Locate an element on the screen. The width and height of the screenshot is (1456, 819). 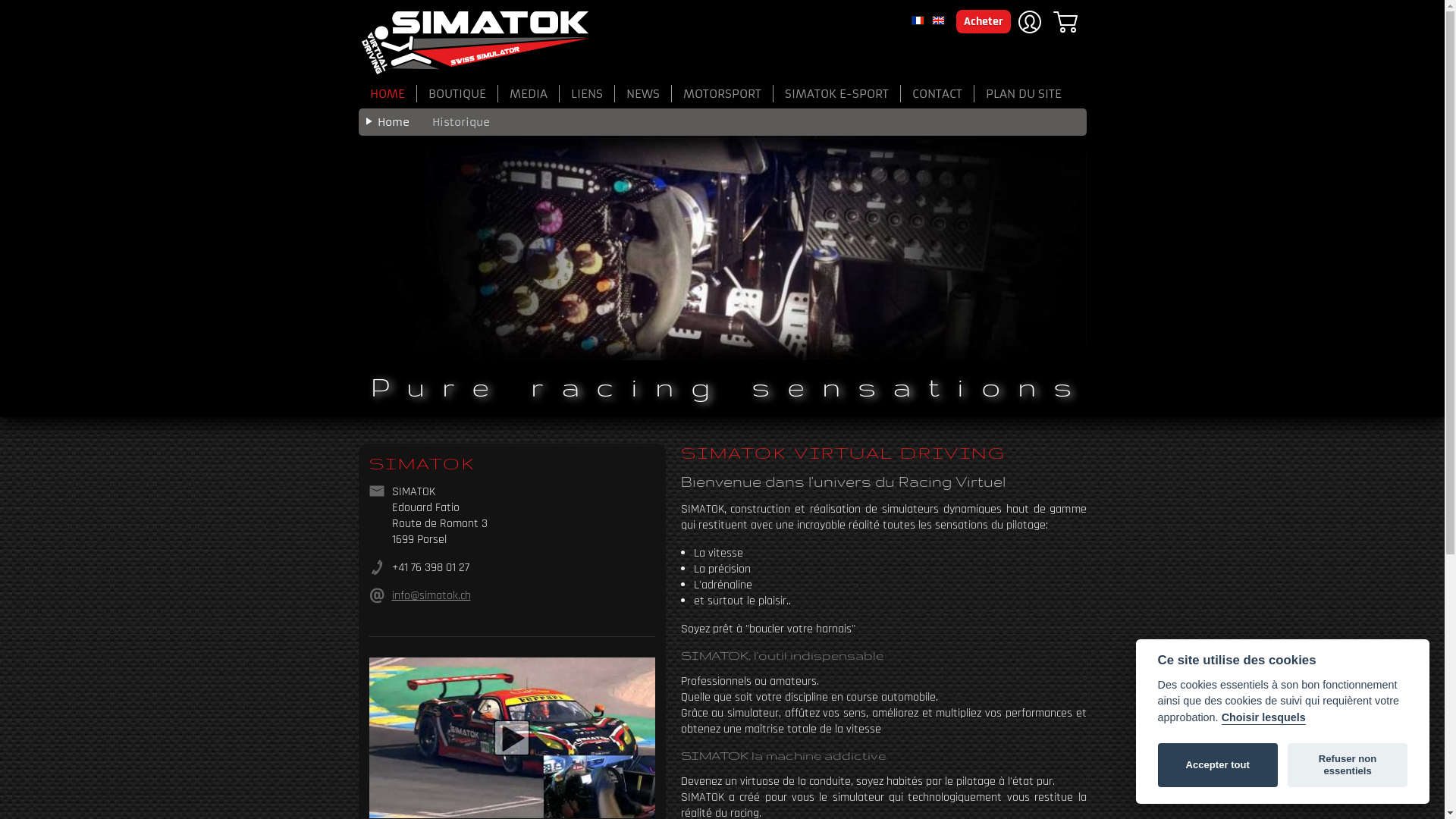
'Home' is located at coordinates (365, 121).